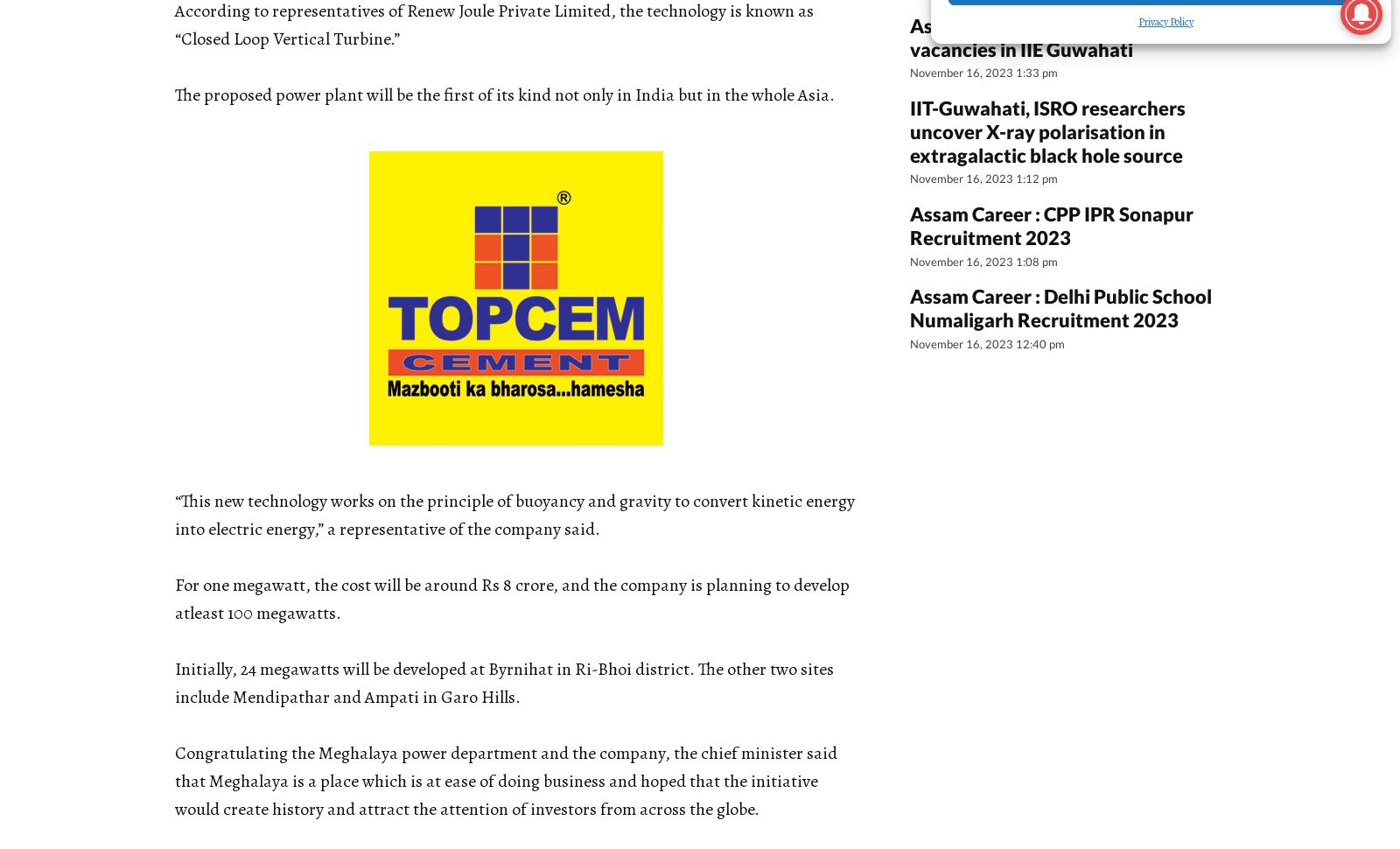 This screenshot has height=849, width=1400. What do you see at coordinates (910, 72) in the screenshot?
I see `'November 16, 2023 1:33 pm'` at bounding box center [910, 72].